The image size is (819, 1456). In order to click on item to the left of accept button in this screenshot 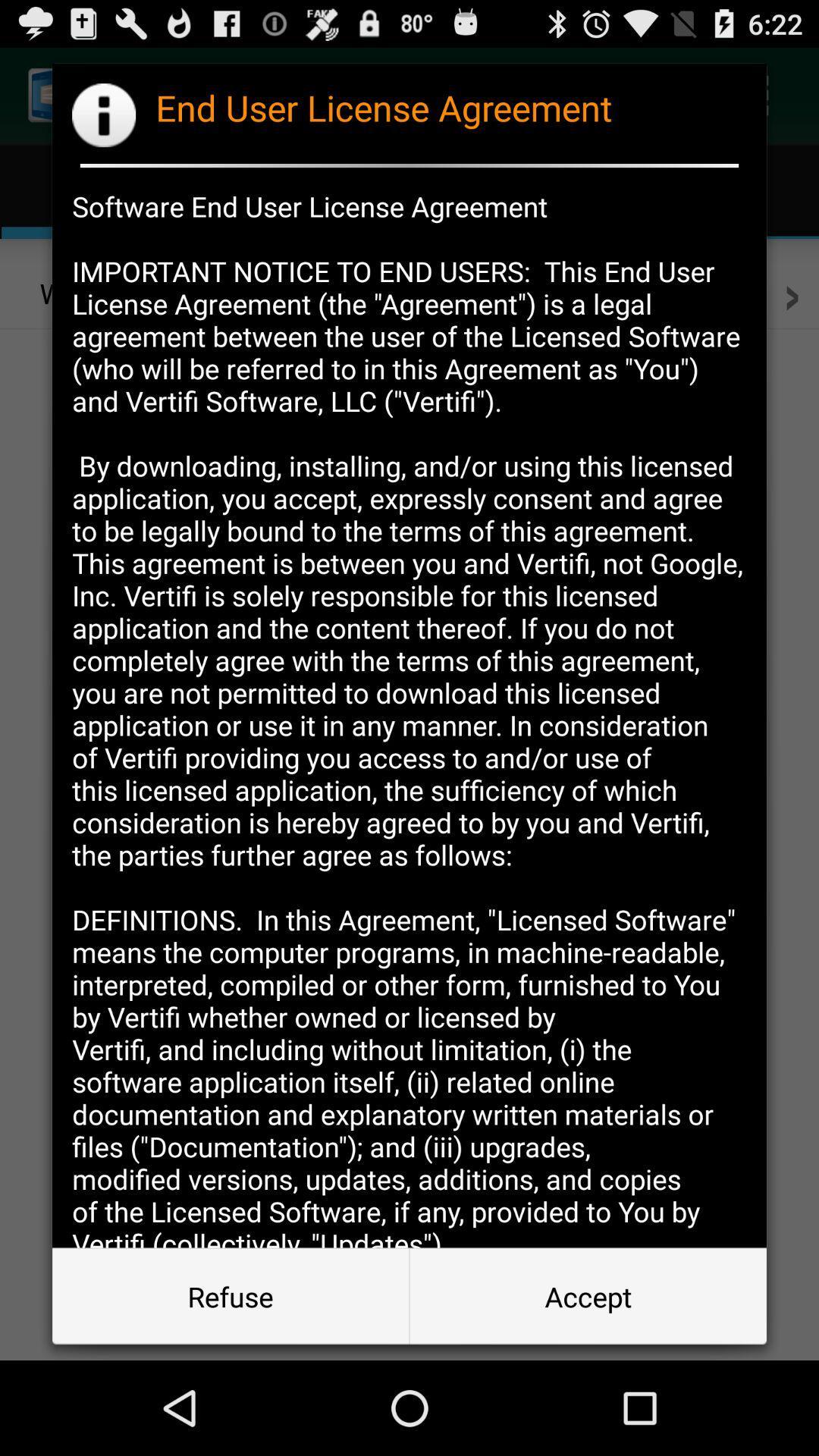, I will do `click(231, 1295)`.